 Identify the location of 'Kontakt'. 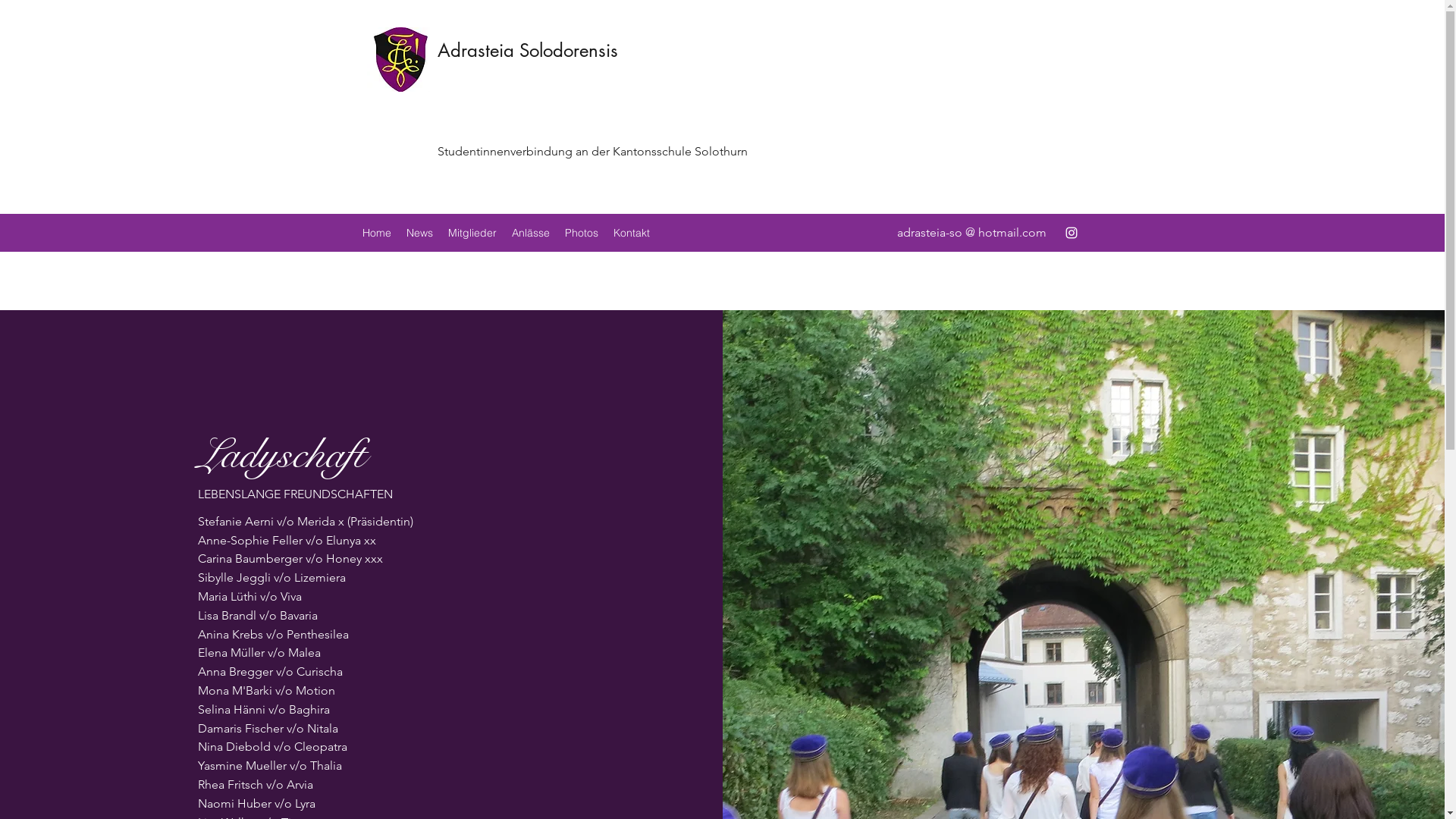
(630, 233).